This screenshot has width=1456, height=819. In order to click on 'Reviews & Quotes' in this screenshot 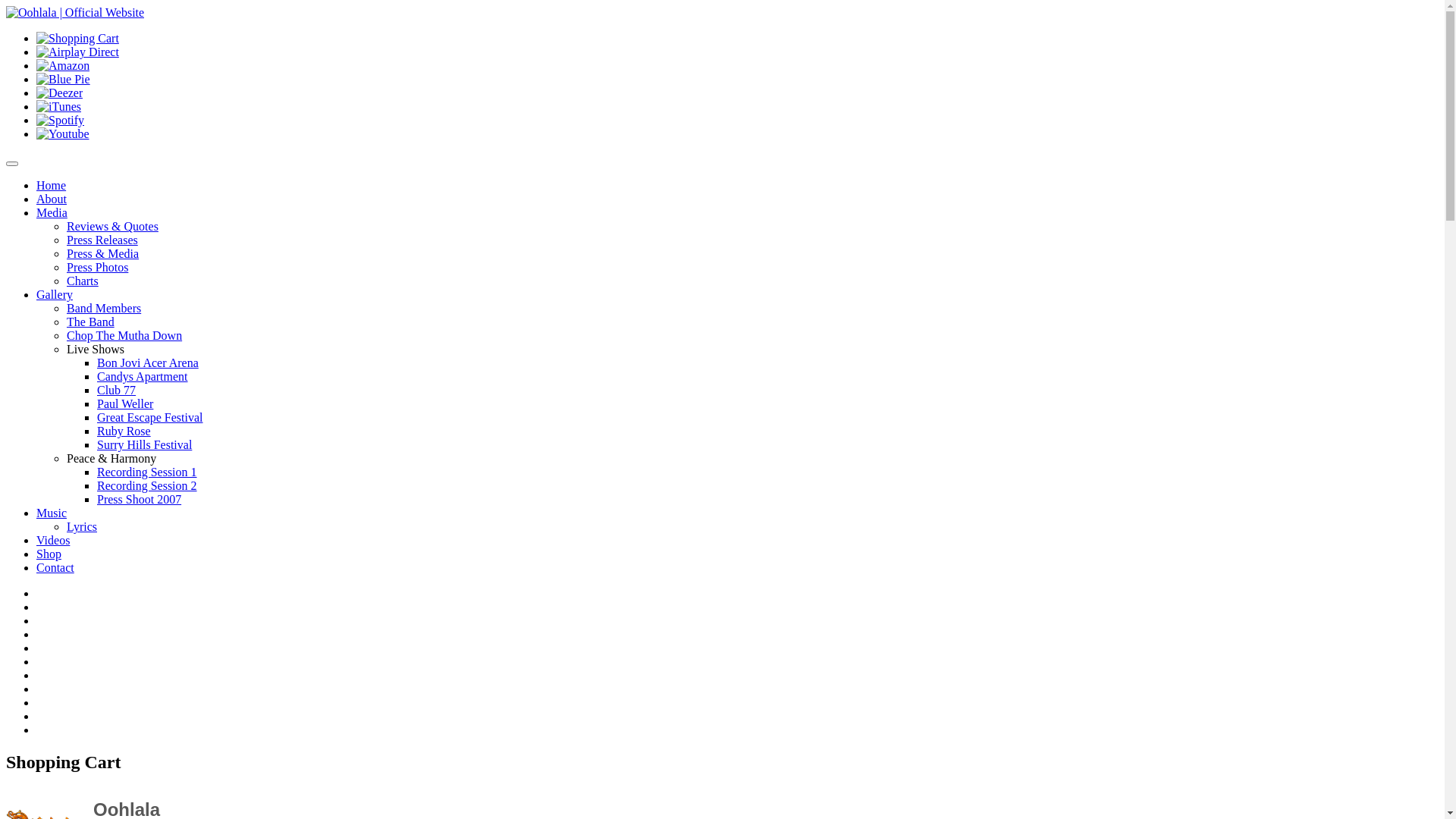, I will do `click(111, 226)`.